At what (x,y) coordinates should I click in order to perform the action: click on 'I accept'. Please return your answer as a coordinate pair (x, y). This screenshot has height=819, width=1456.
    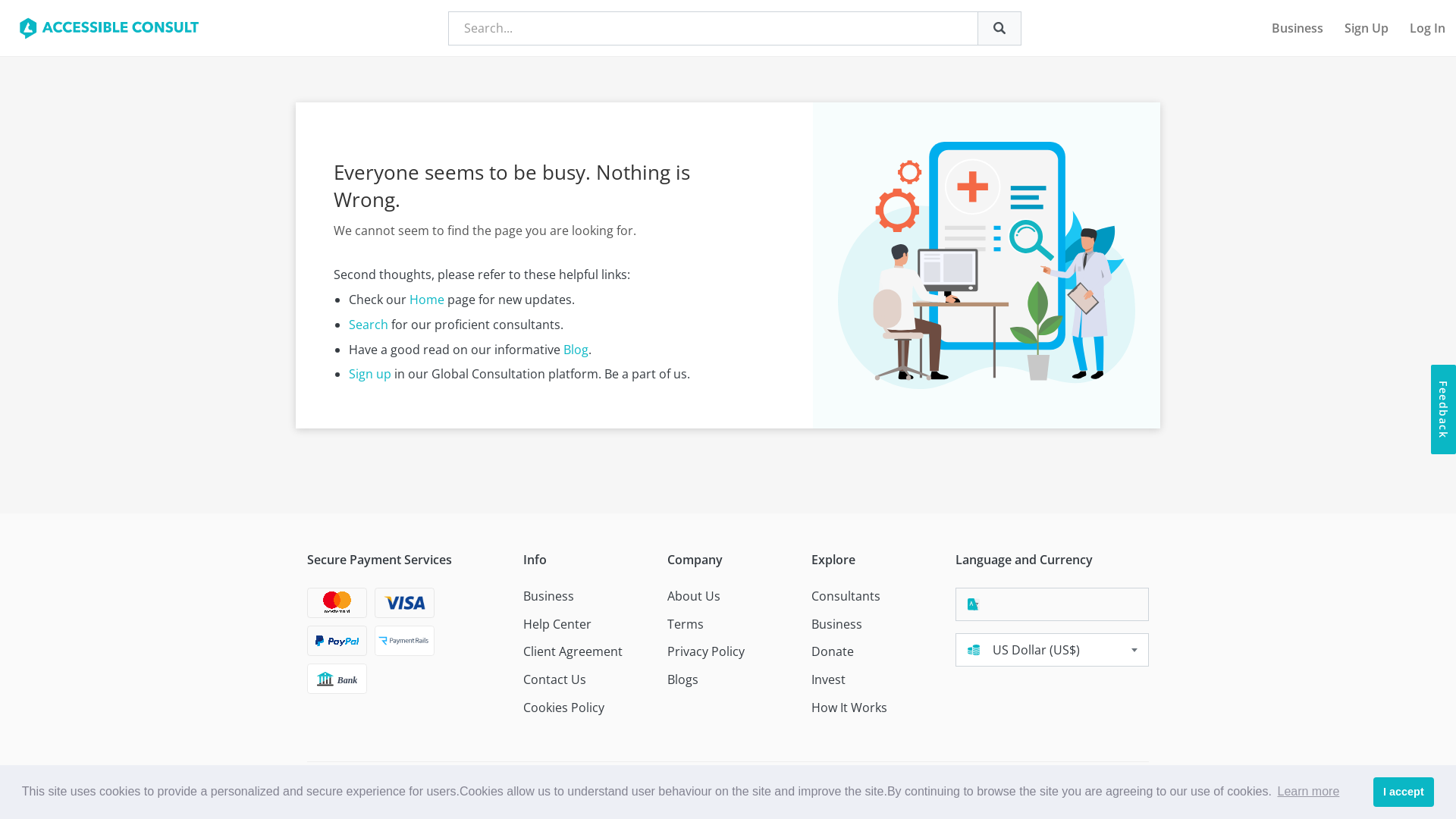
    Looking at the image, I should click on (1403, 791).